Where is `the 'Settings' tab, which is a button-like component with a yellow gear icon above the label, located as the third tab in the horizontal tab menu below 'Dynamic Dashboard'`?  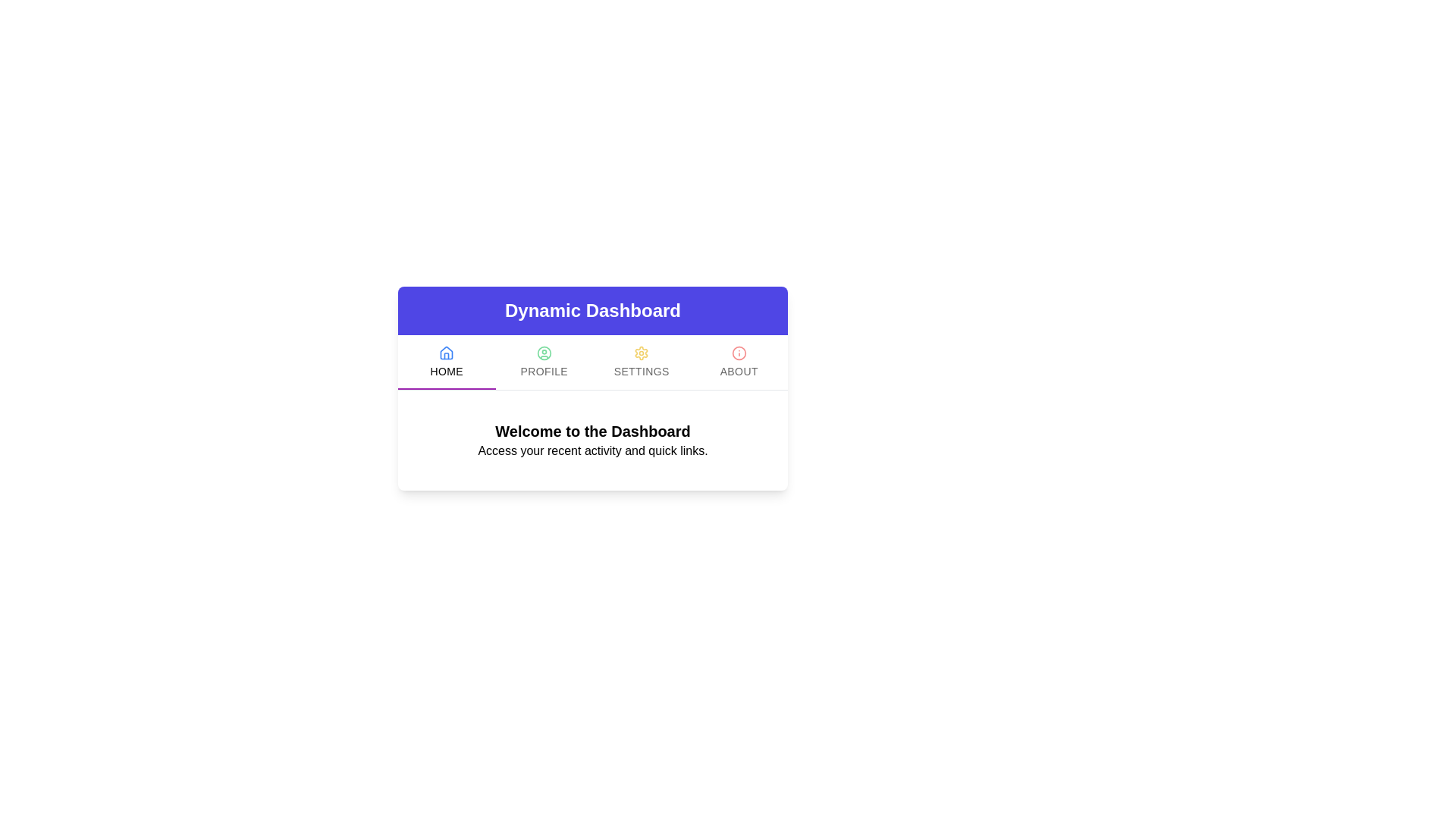
the 'Settings' tab, which is a button-like component with a yellow gear icon above the label, located as the third tab in the horizontal tab menu below 'Dynamic Dashboard' is located at coordinates (642, 362).